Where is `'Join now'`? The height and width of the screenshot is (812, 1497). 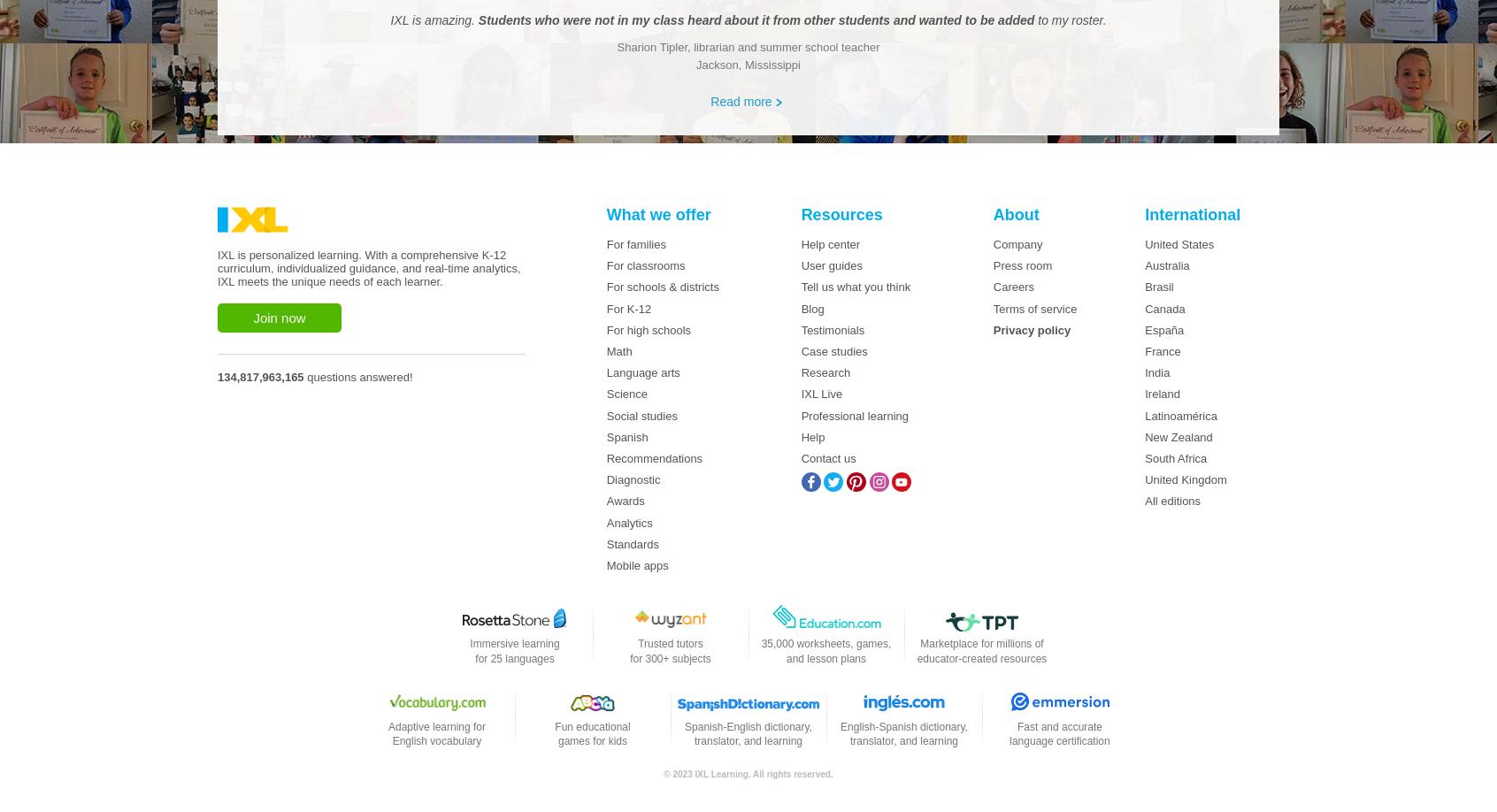 'Join now' is located at coordinates (278, 318).